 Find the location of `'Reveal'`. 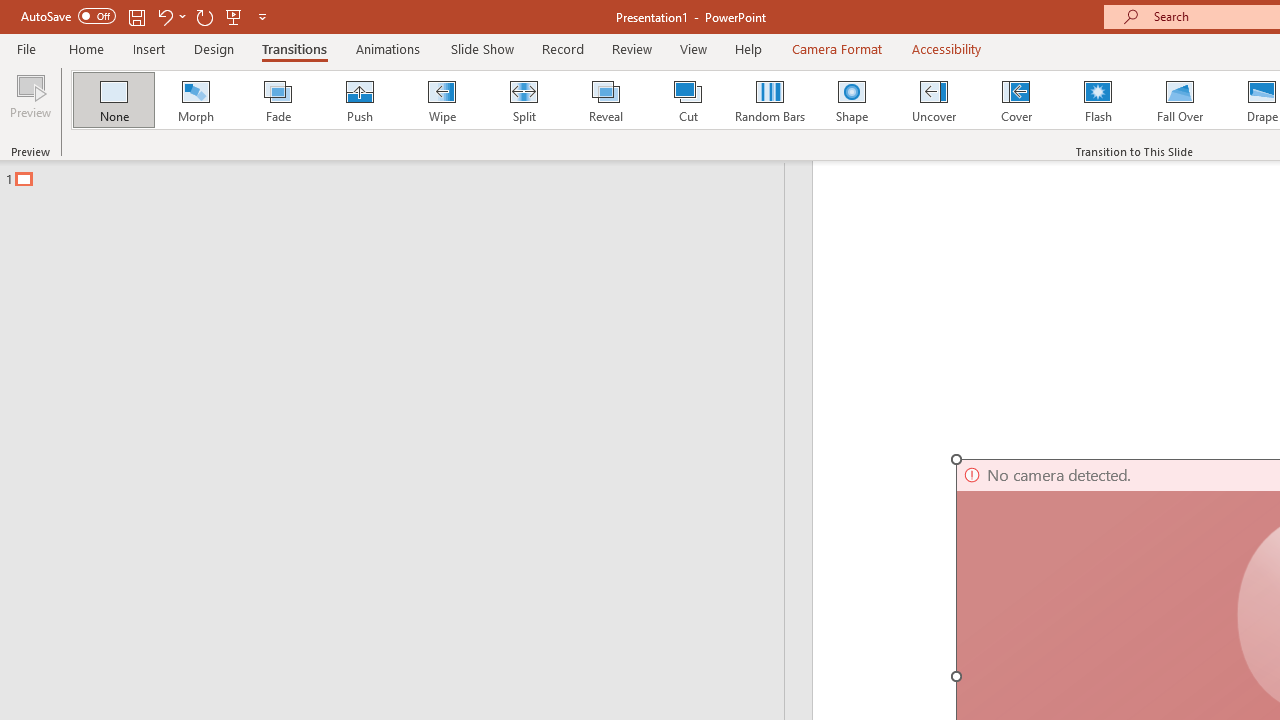

'Reveal' is located at coordinates (604, 100).